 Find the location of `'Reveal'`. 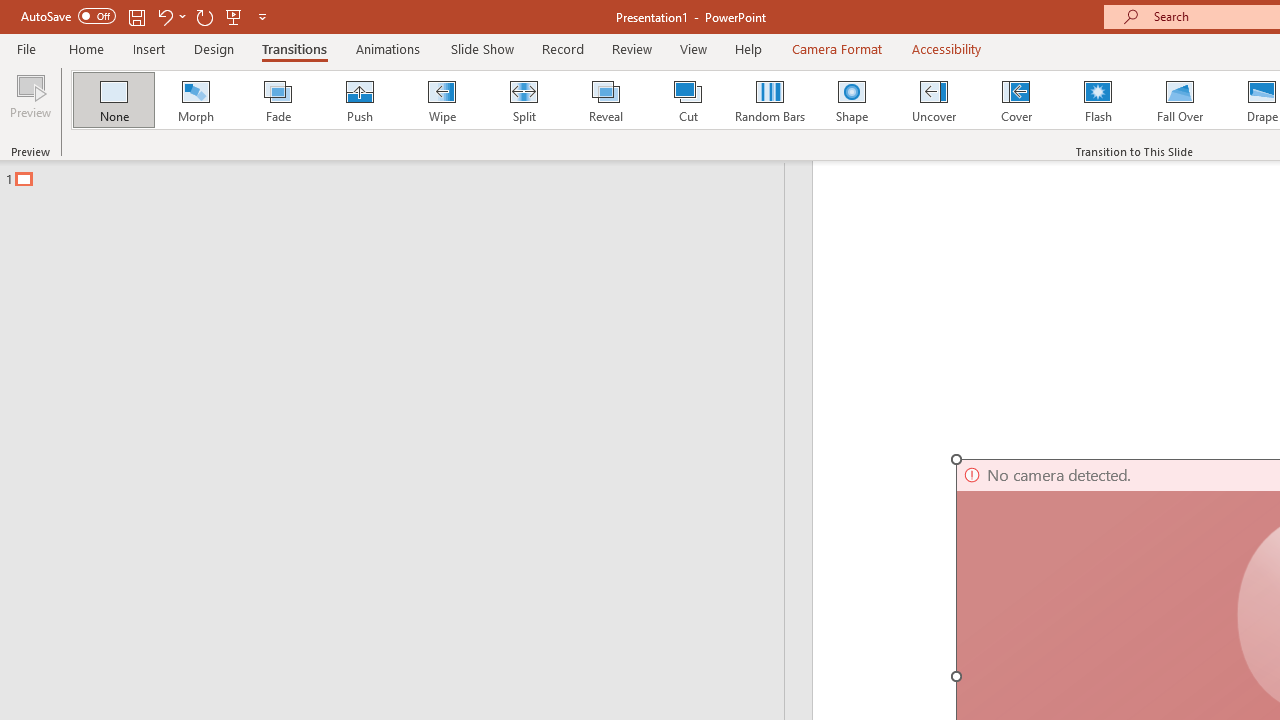

'Reveal' is located at coordinates (604, 100).